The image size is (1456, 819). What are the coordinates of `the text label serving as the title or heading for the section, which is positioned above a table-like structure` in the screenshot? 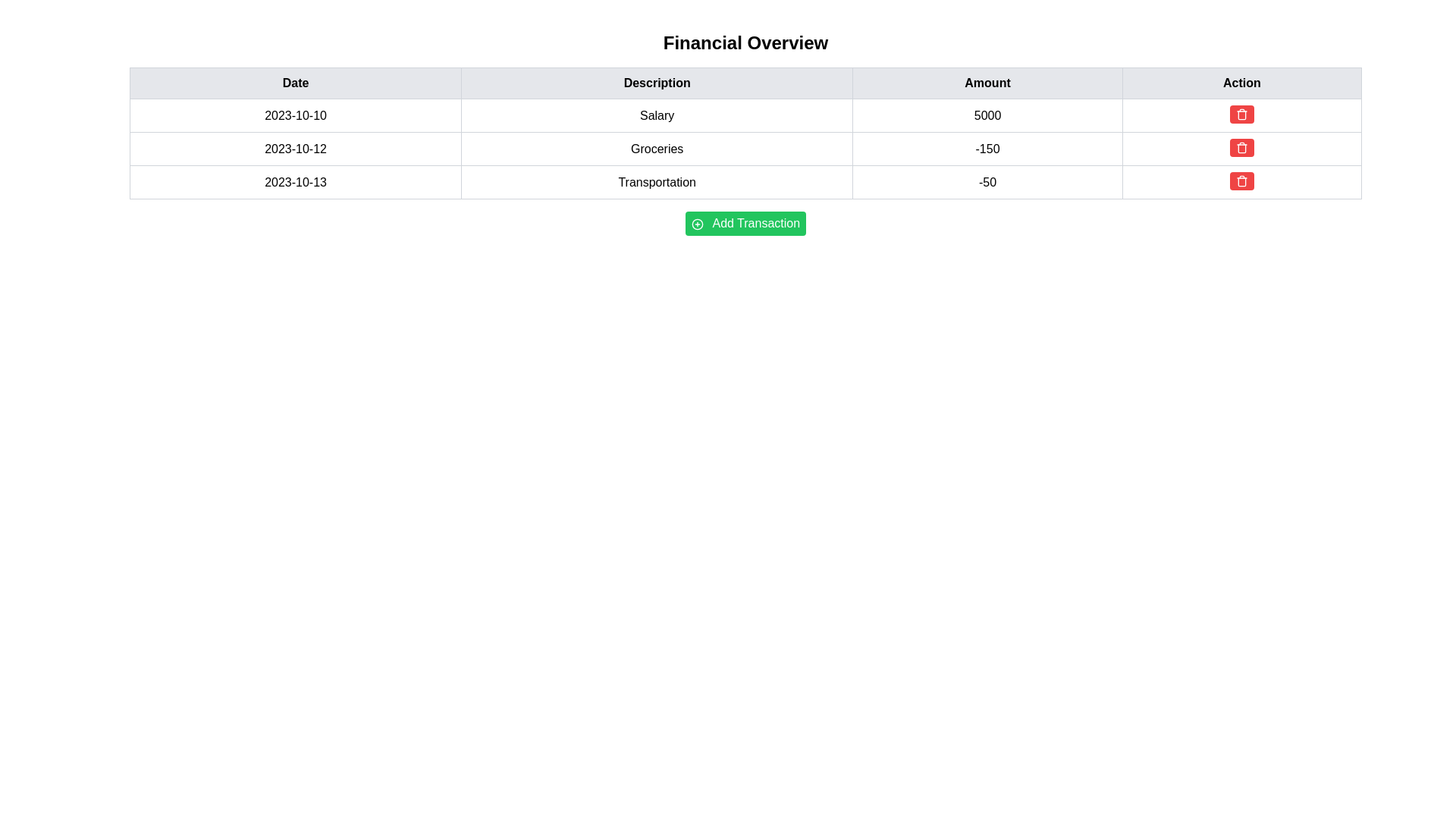 It's located at (745, 42).